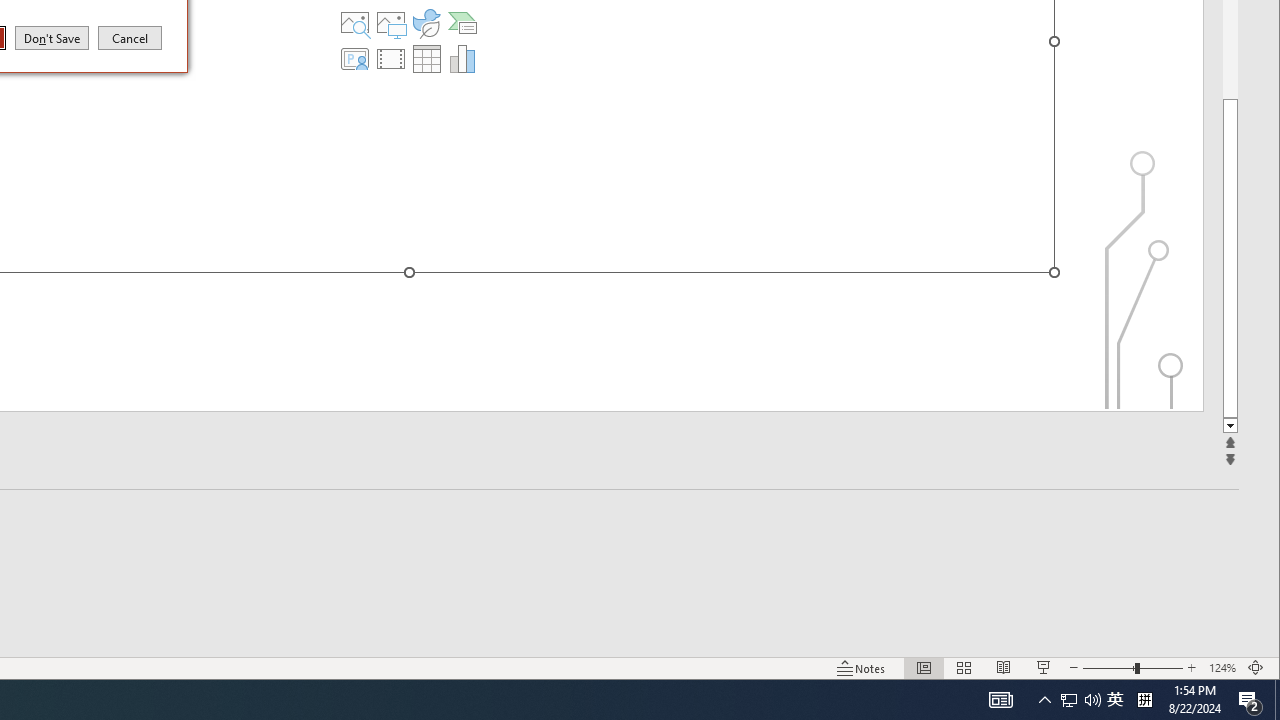 The height and width of the screenshot is (720, 1280). What do you see at coordinates (1000, 698) in the screenshot?
I see `'AutomationID: 4105'` at bounding box center [1000, 698].